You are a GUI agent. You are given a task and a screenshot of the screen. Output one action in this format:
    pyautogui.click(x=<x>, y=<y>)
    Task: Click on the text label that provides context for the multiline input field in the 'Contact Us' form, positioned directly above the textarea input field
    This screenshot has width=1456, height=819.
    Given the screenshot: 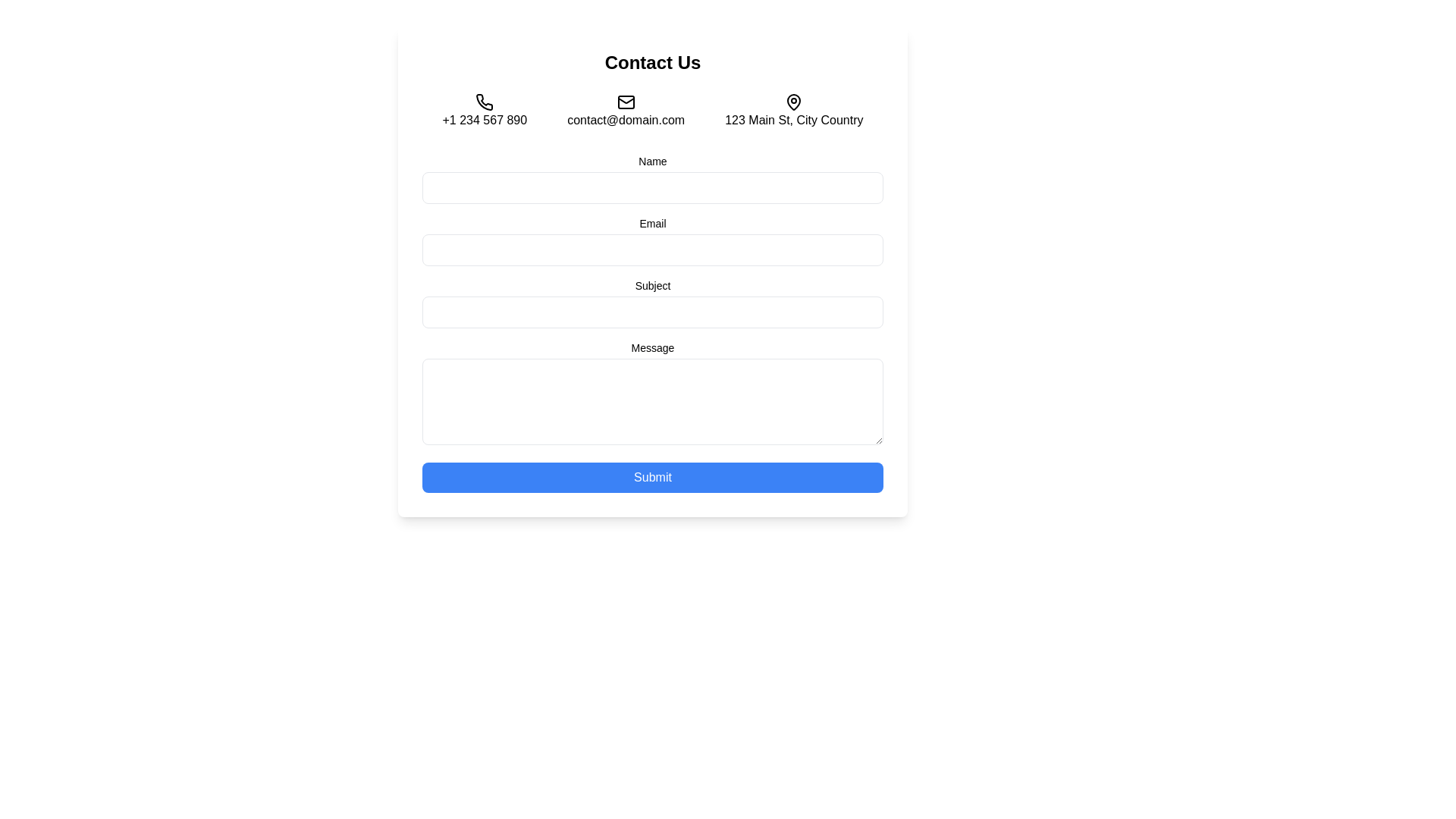 What is the action you would take?
    pyautogui.click(x=652, y=348)
    